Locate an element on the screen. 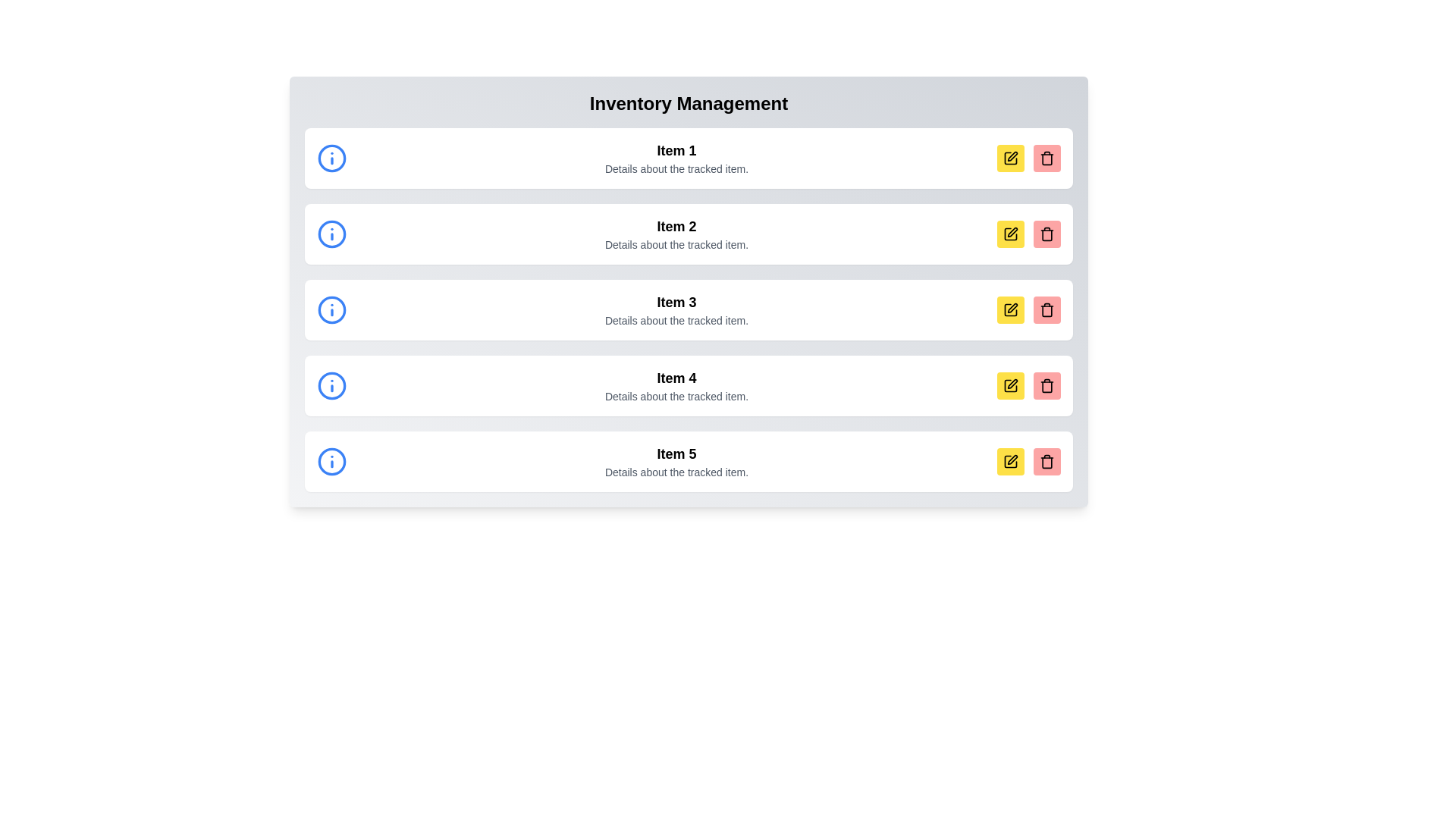 Image resolution: width=1456 pixels, height=819 pixels. the circular shape of the 'i' icon, which is part of an information SVG icon located in the leftmost column of the fourth row in the list layout is located at coordinates (331, 385).